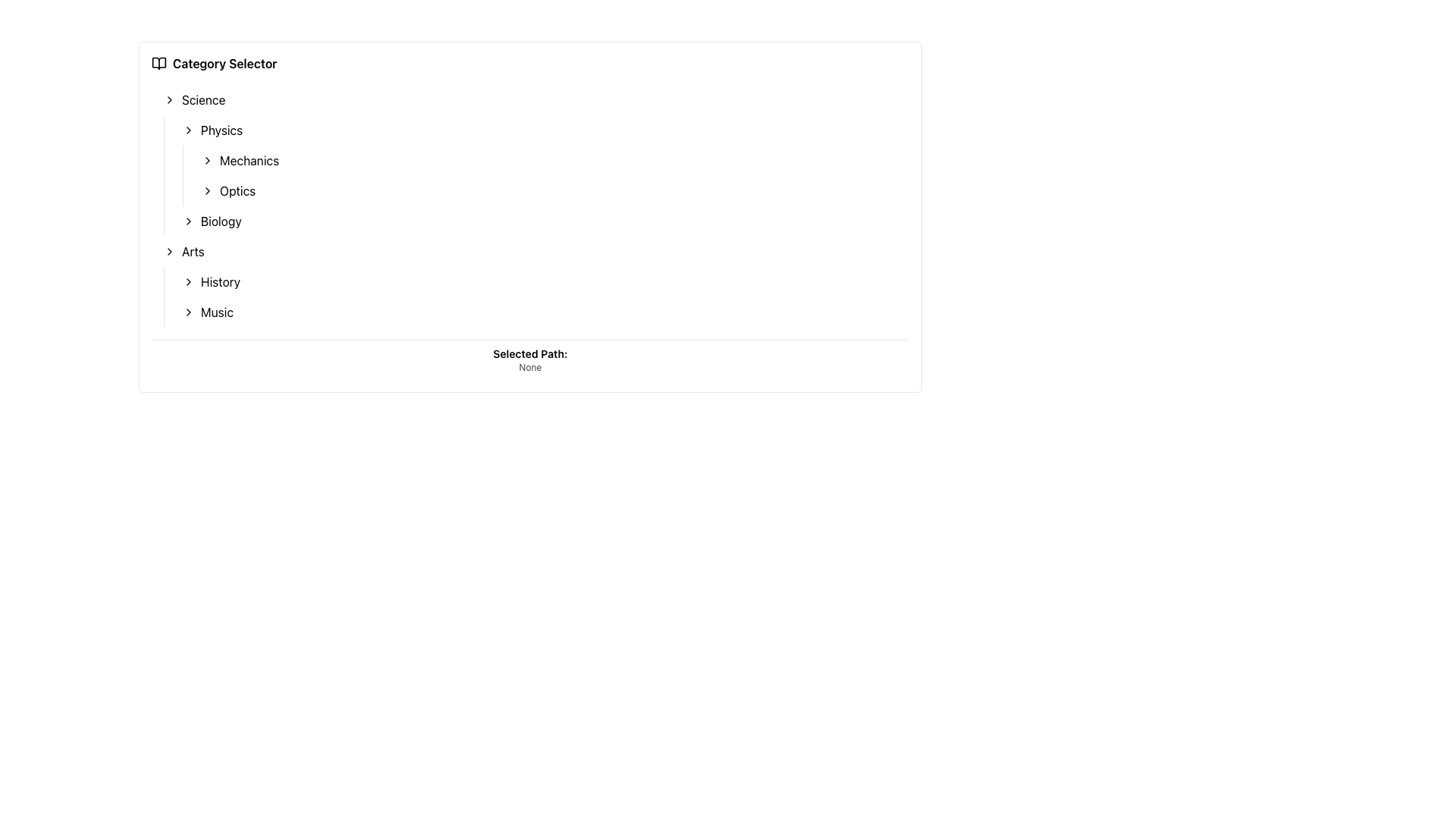 The image size is (1456, 819). Describe the element at coordinates (237, 190) in the screenshot. I see `the 'Optics' text label, which is a subcategory under 'Physics' in the 'Category Selector'` at that location.